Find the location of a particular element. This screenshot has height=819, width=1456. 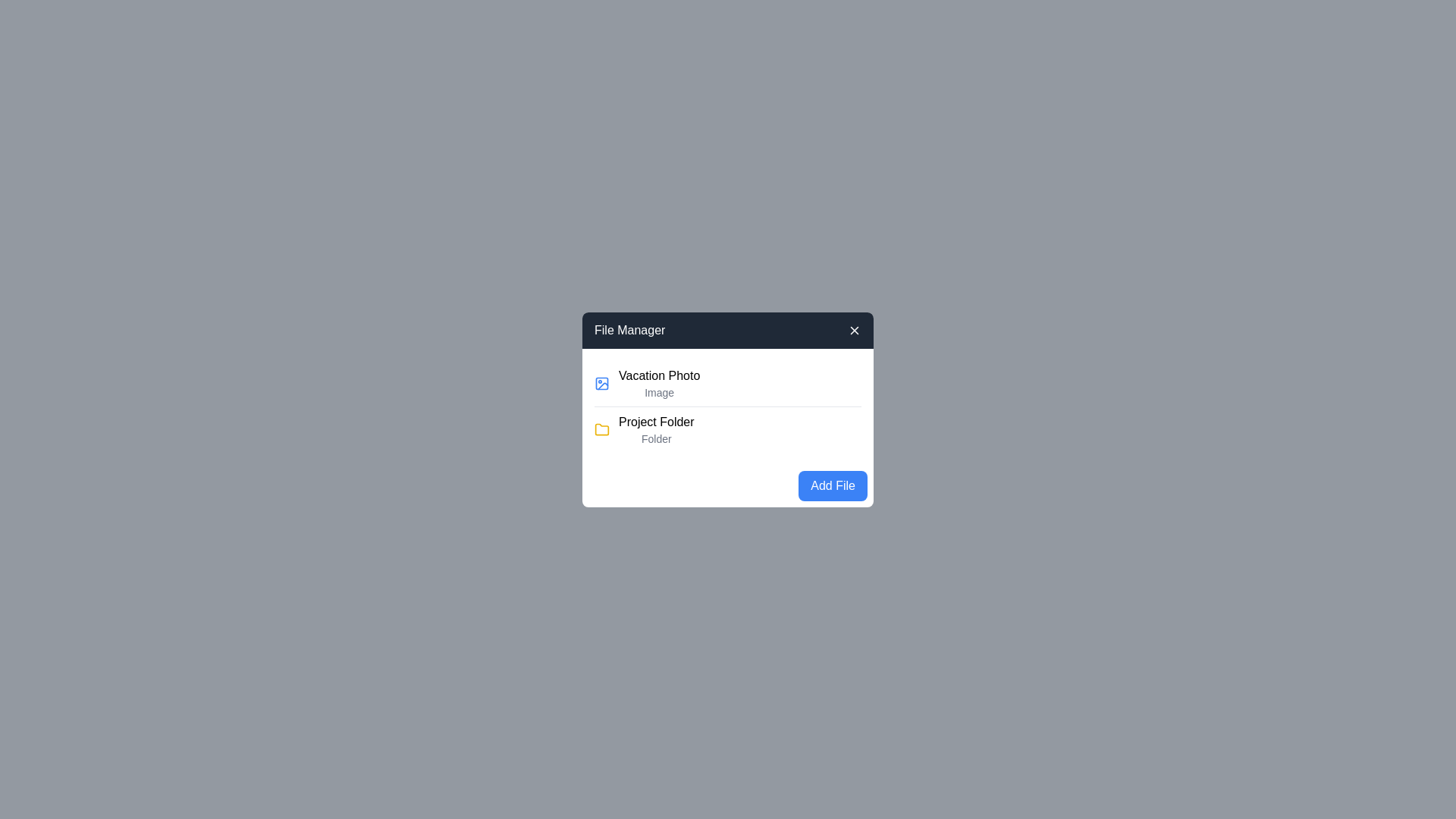

the 'Add File' button to initiate the file addition process is located at coordinates (832, 485).